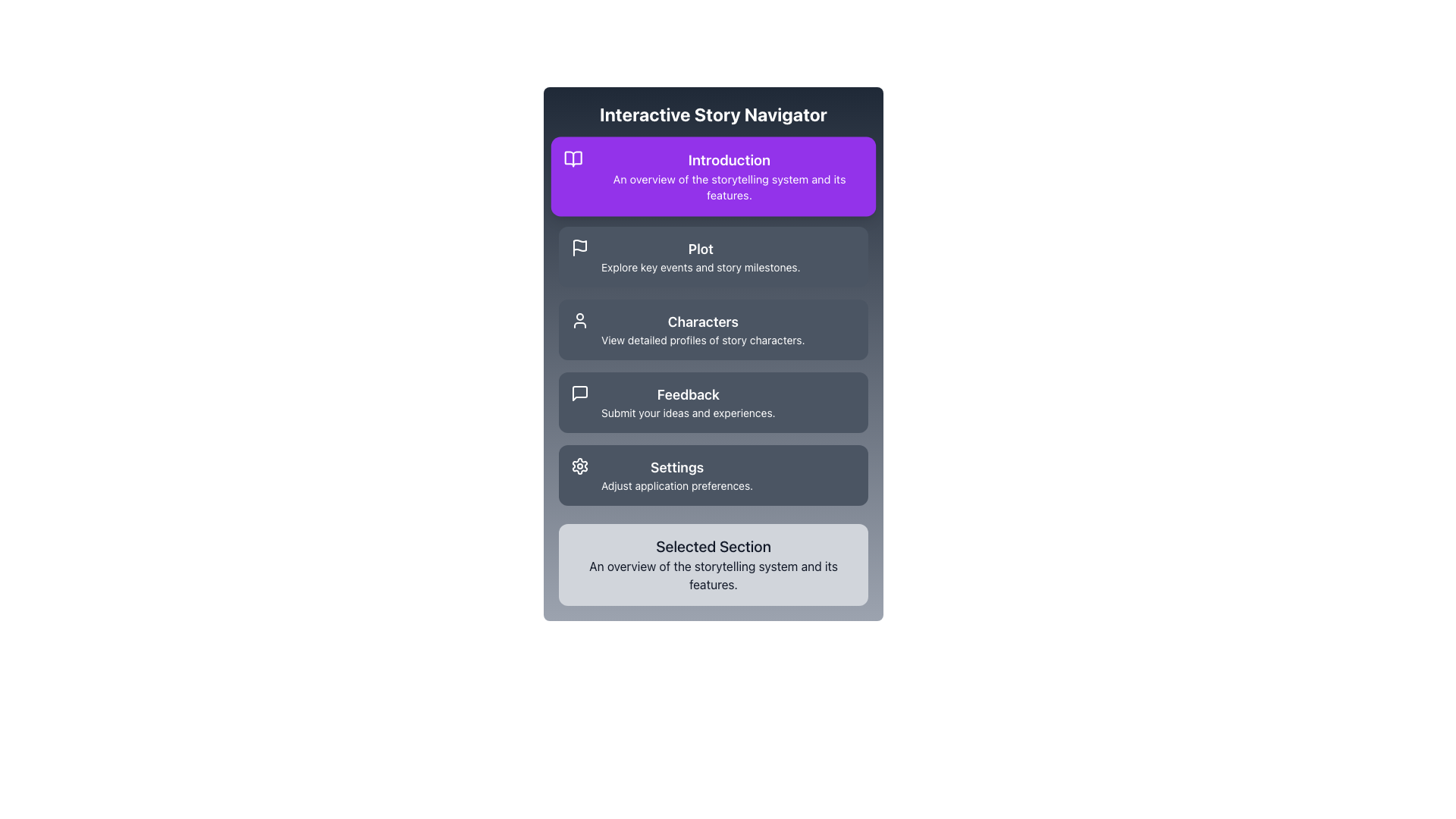  Describe the element at coordinates (676, 475) in the screenshot. I see `the 'Settings' Labeled Section, which is the fifth option in the vertical list of selectable sections, styled with a larger semibold title and a smaller subtitle` at that location.